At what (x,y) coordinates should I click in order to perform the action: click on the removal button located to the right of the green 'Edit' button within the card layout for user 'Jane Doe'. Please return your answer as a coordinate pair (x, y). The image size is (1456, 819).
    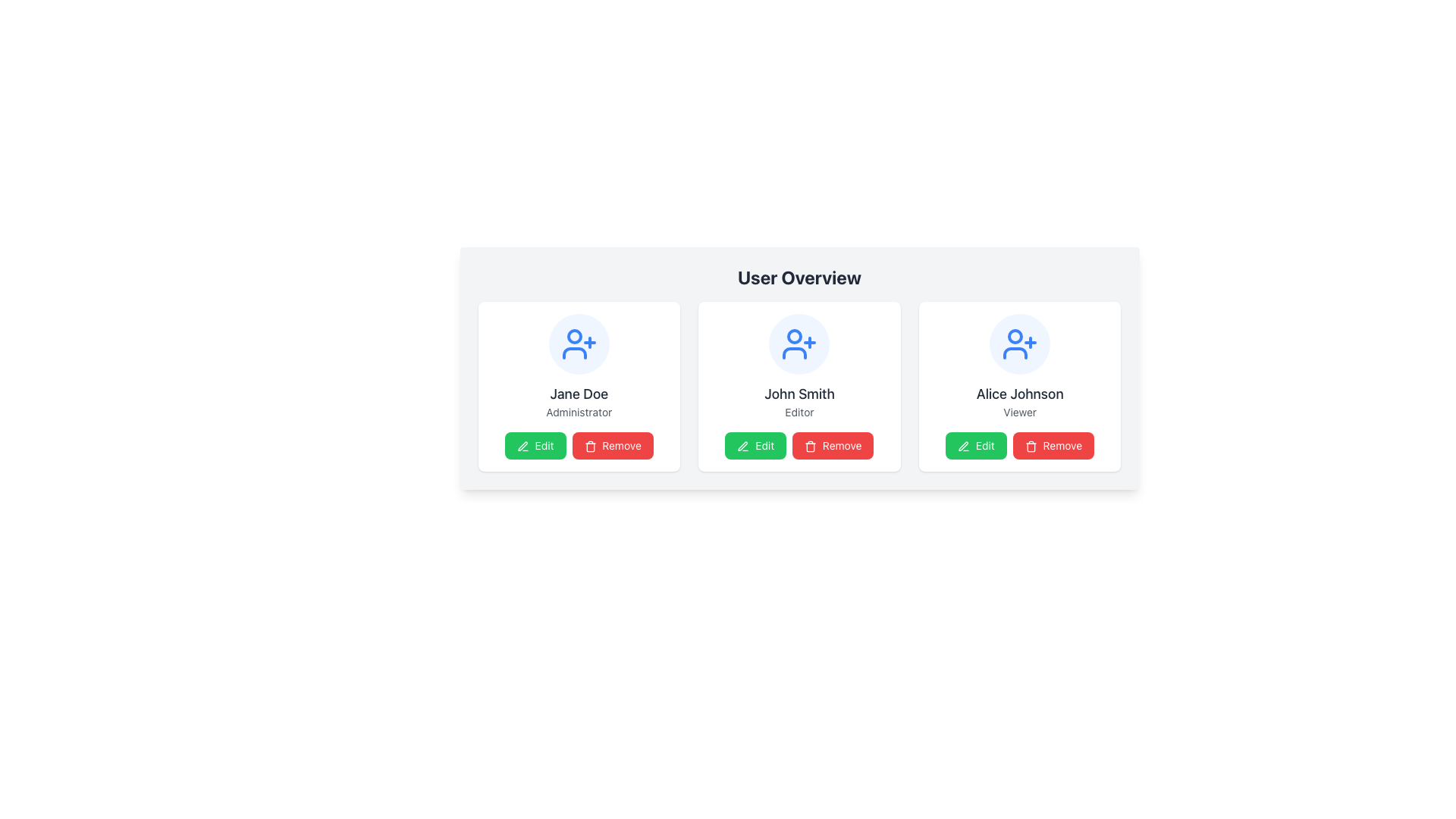
    Looking at the image, I should click on (612, 444).